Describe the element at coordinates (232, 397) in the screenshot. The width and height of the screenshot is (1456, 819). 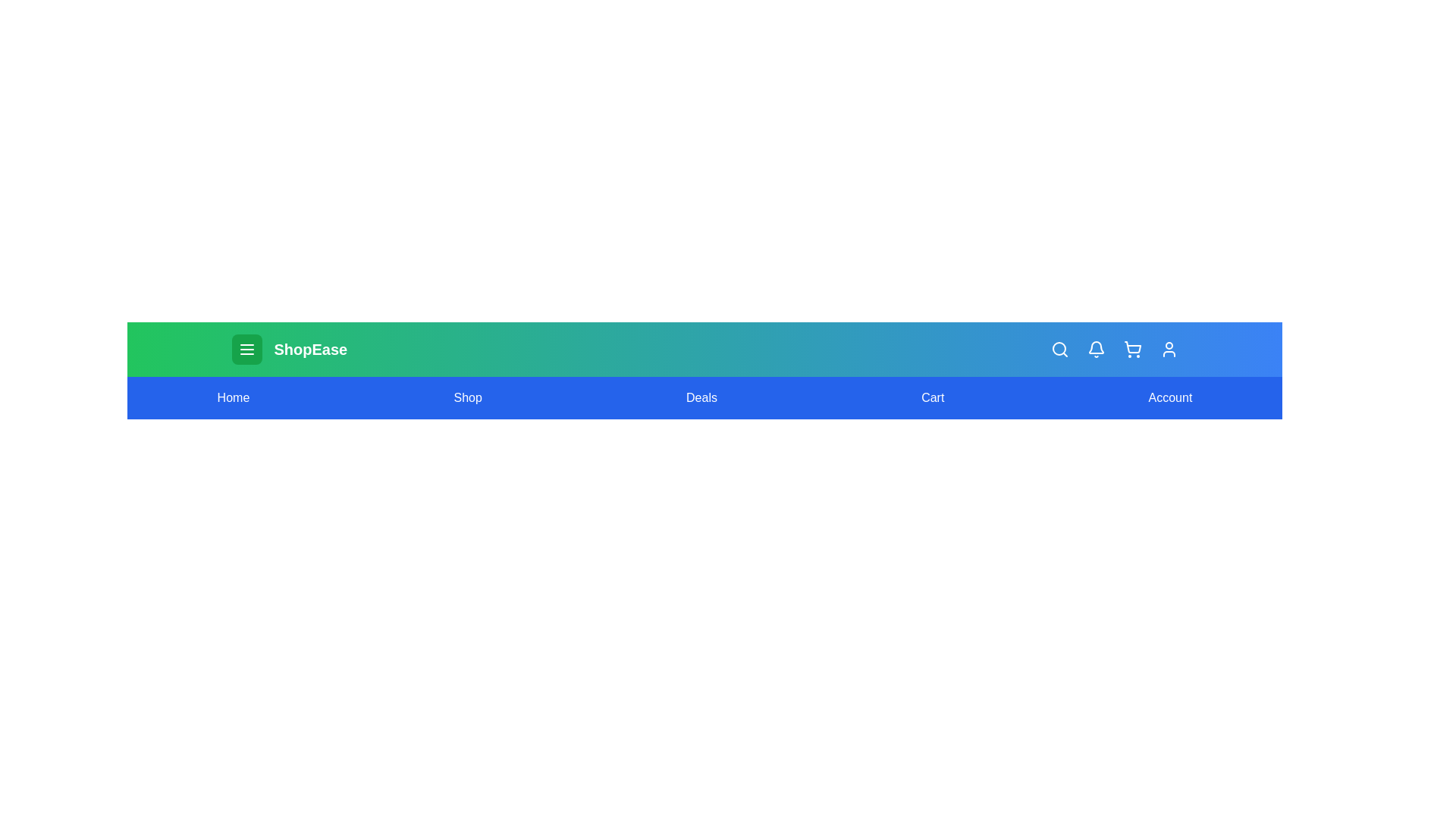
I see `the Home navigation link to navigate to the corresponding section` at that location.